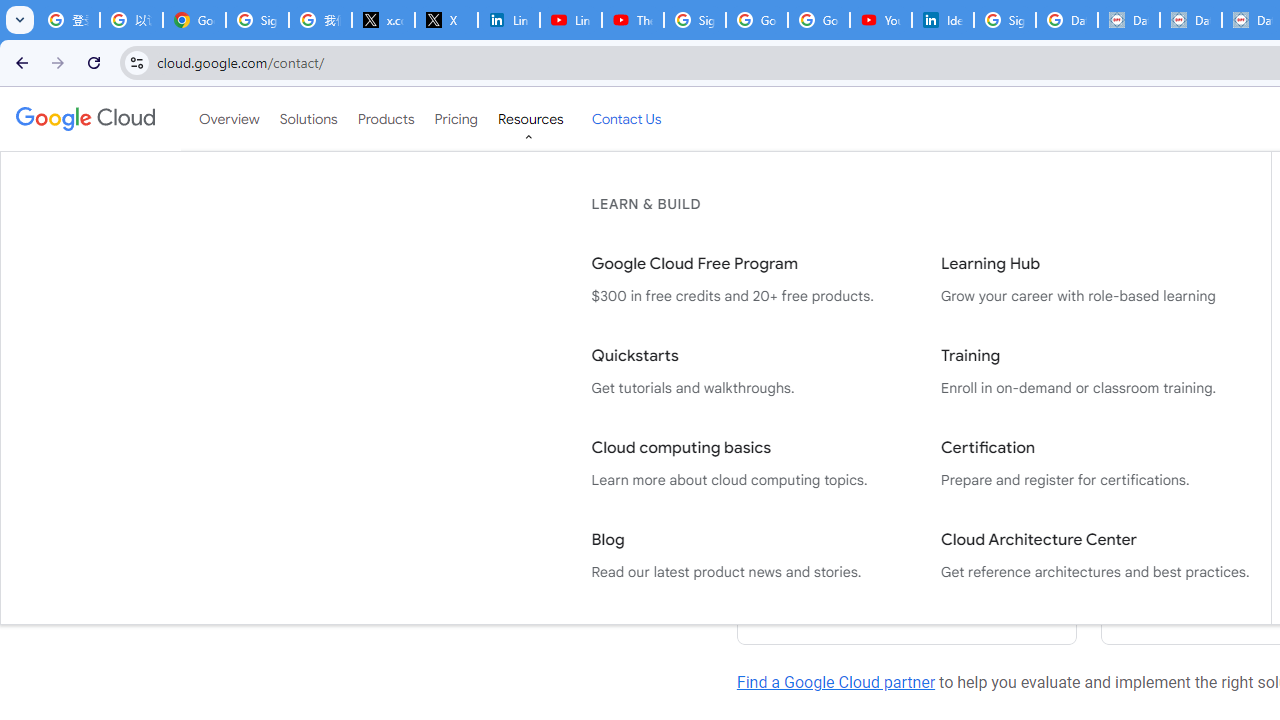  What do you see at coordinates (1094, 280) in the screenshot?
I see `'Learning Hub Grow your career with role-based learning'` at bounding box center [1094, 280].